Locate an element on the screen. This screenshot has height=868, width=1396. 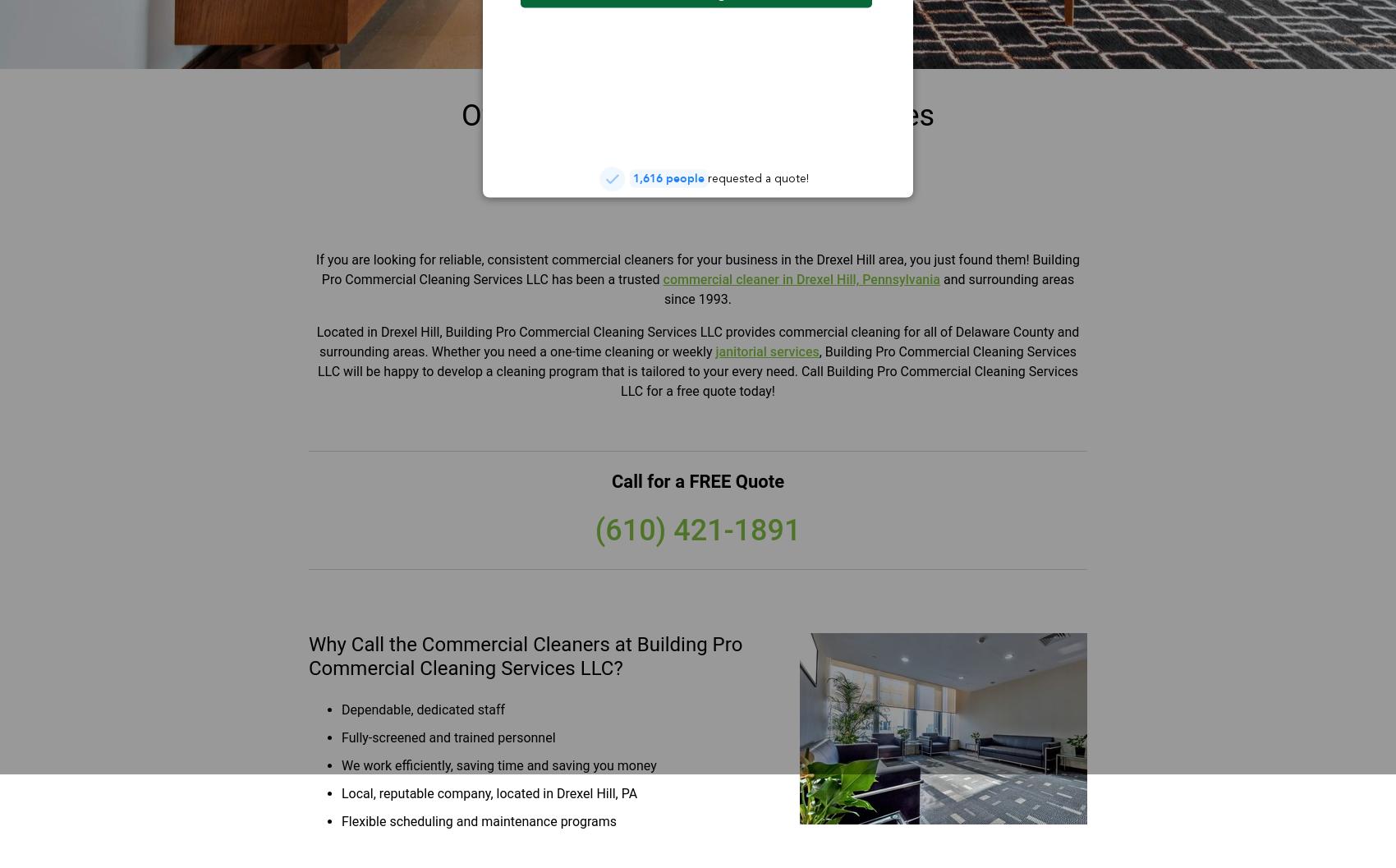
'Office Cleaning & Janitorial Services' is located at coordinates (696, 115).